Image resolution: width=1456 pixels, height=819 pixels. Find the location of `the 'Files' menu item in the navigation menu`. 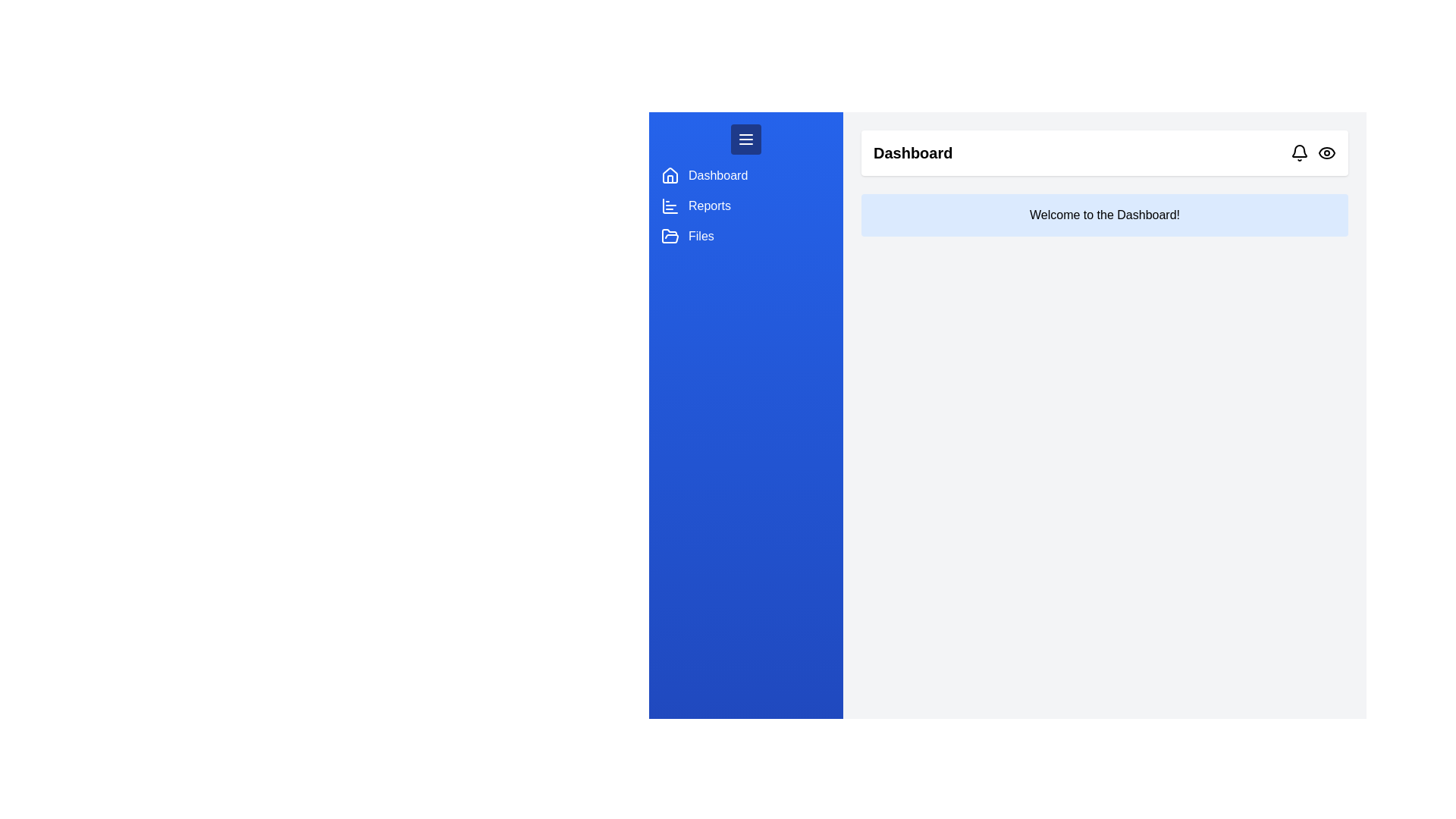

the 'Files' menu item in the navigation menu is located at coordinates (745, 237).